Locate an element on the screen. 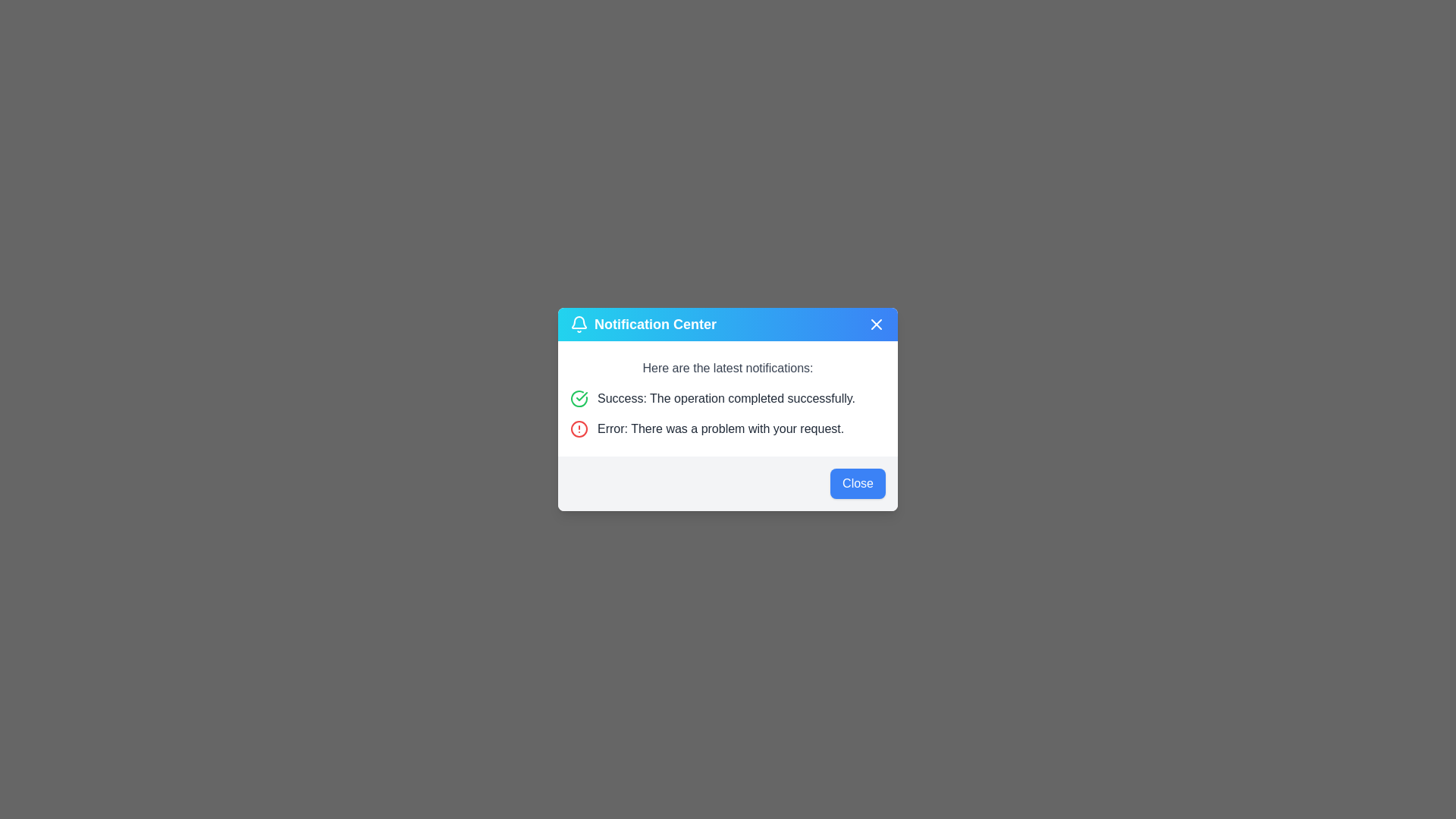 This screenshot has height=819, width=1456. static text element positioned just below the header 'Notification Center', which serves as an introduction to the notifications section is located at coordinates (728, 369).